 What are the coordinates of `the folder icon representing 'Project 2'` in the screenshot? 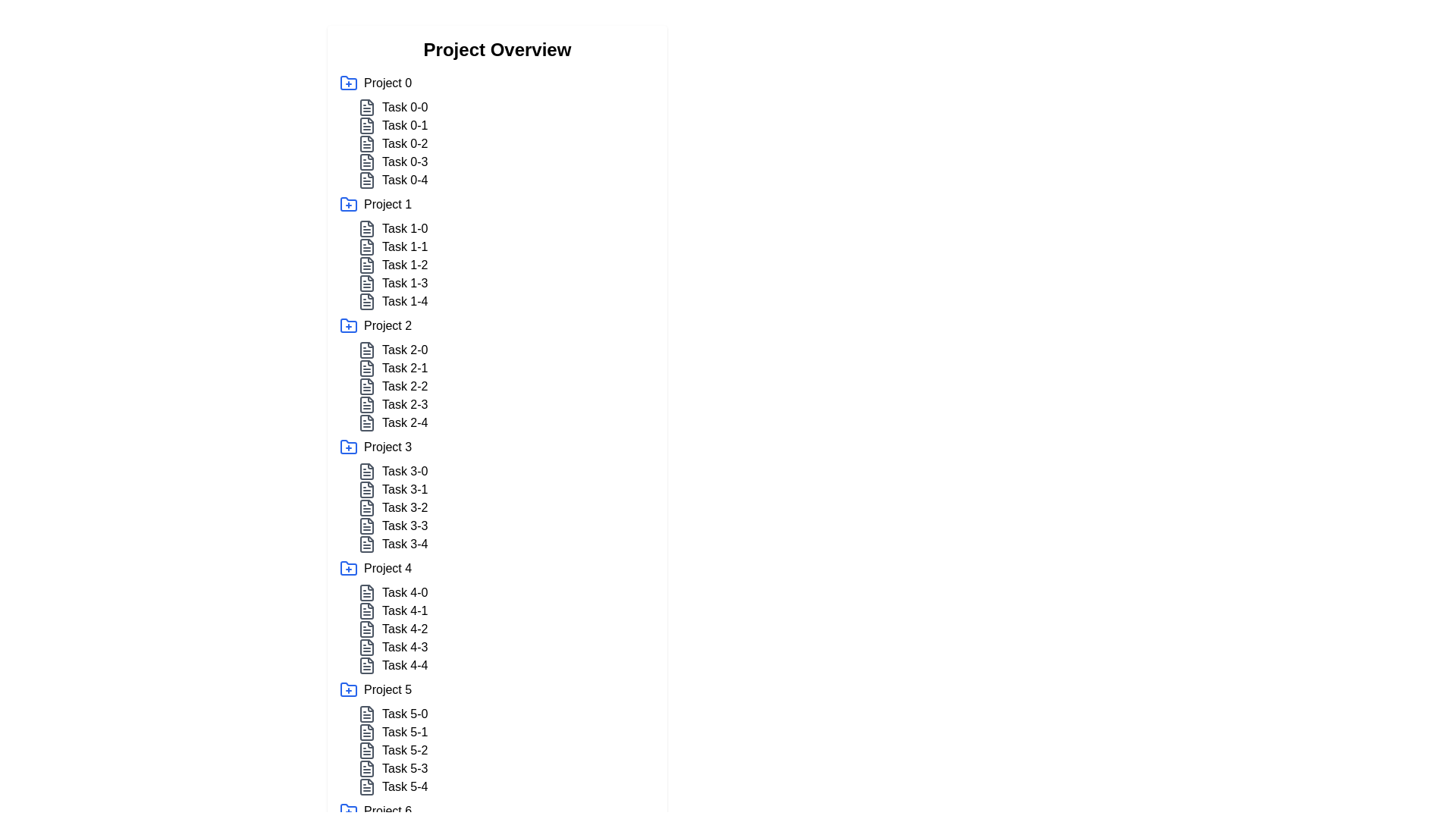 It's located at (348, 324).